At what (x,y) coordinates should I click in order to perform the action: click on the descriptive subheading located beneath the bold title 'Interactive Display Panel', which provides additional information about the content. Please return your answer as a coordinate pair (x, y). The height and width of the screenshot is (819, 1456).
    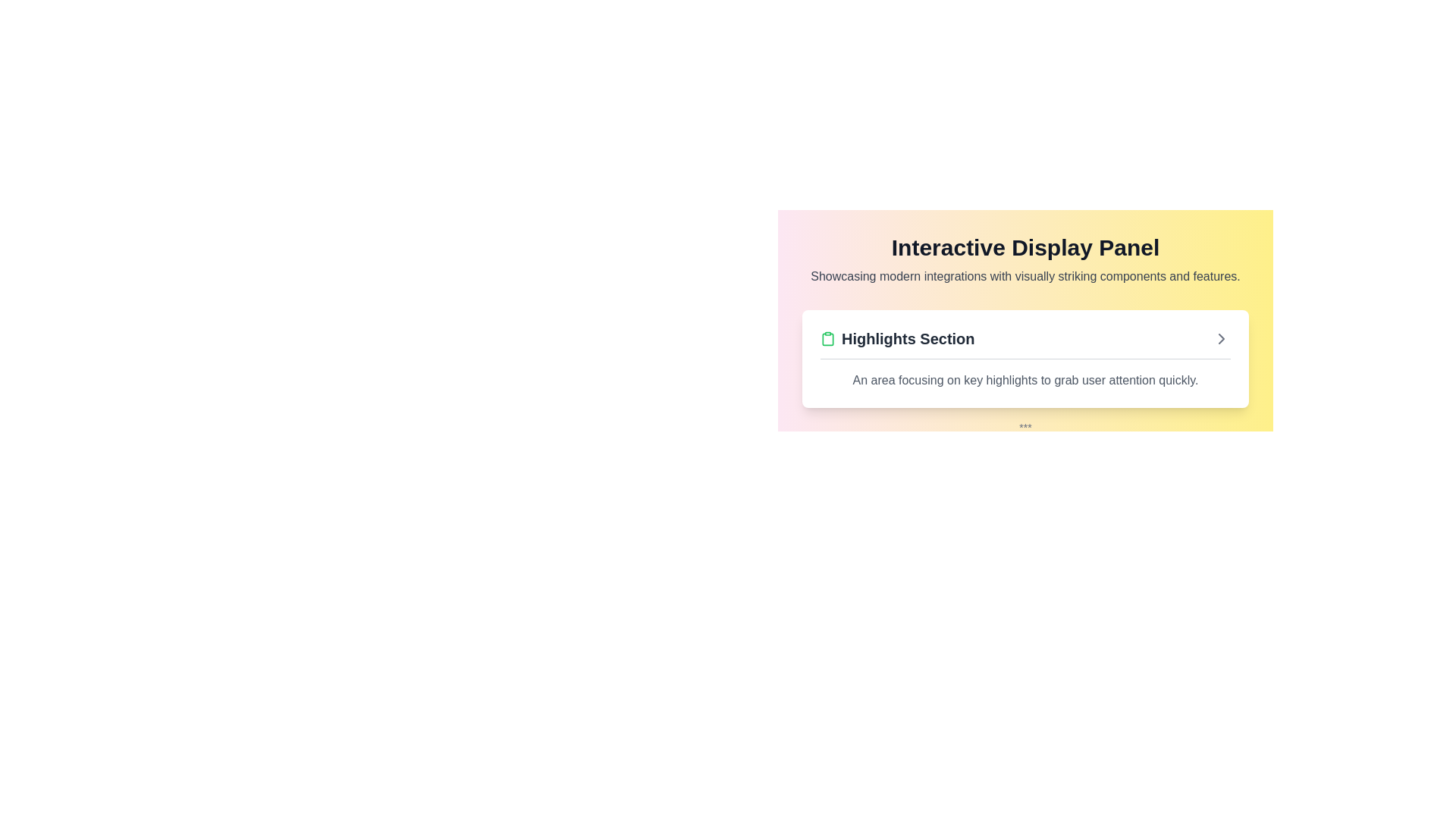
    Looking at the image, I should click on (1025, 277).